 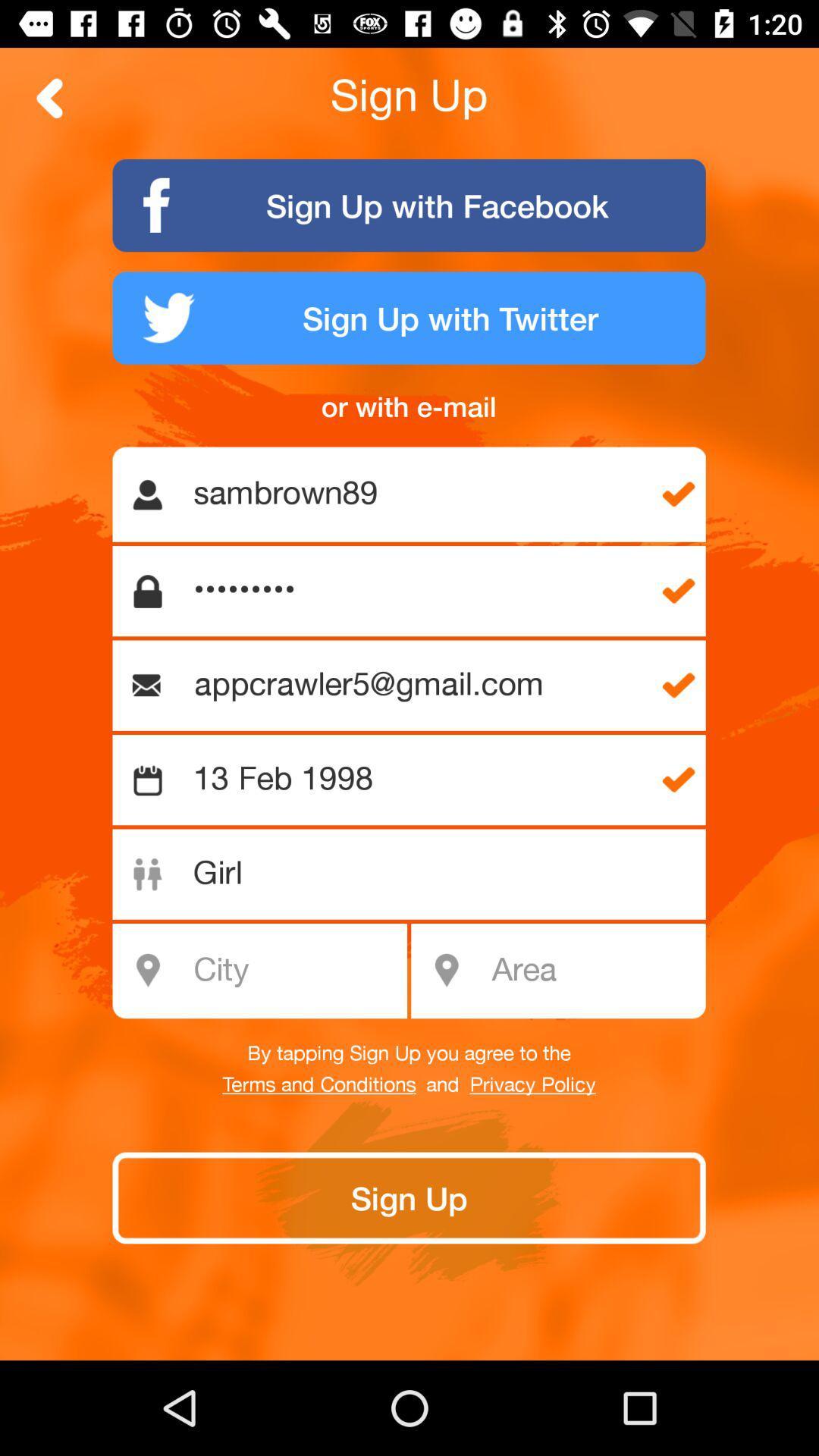 I want to click on city here, so click(x=268, y=971).